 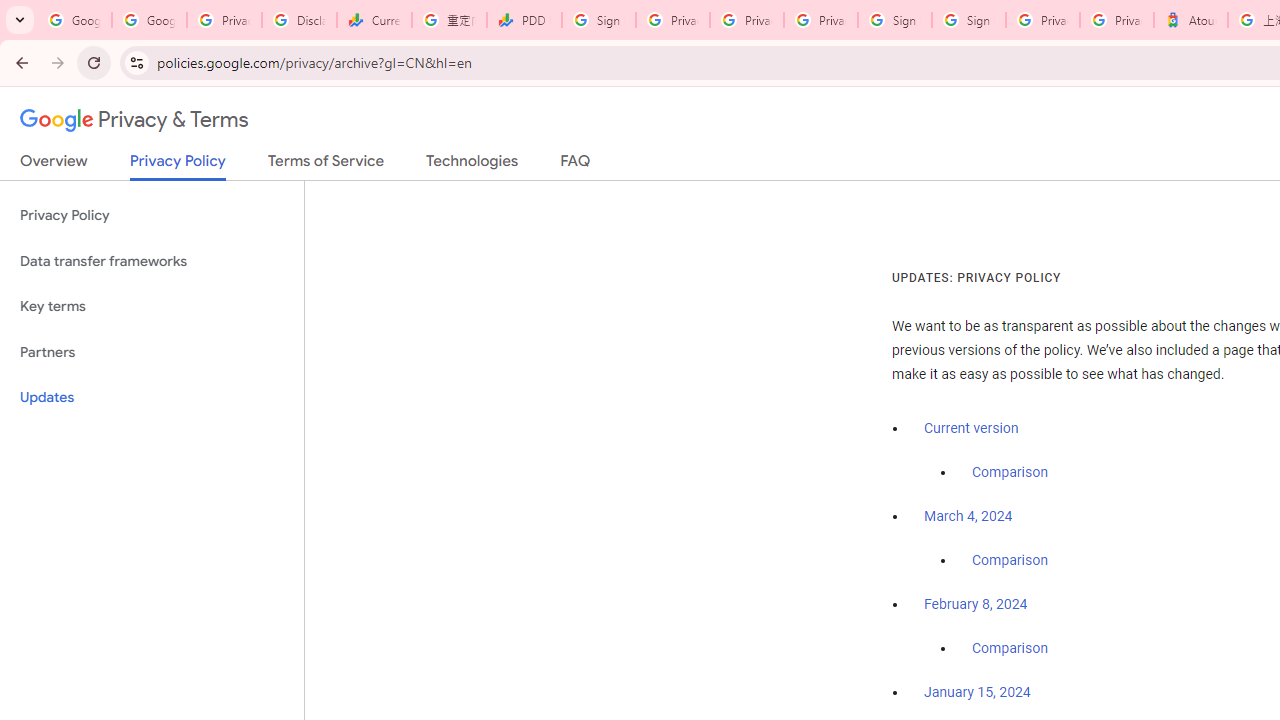 What do you see at coordinates (524, 20) in the screenshot?
I see `'PDD Holdings Inc - ADR (PDD) Price & News - Google Finance'` at bounding box center [524, 20].